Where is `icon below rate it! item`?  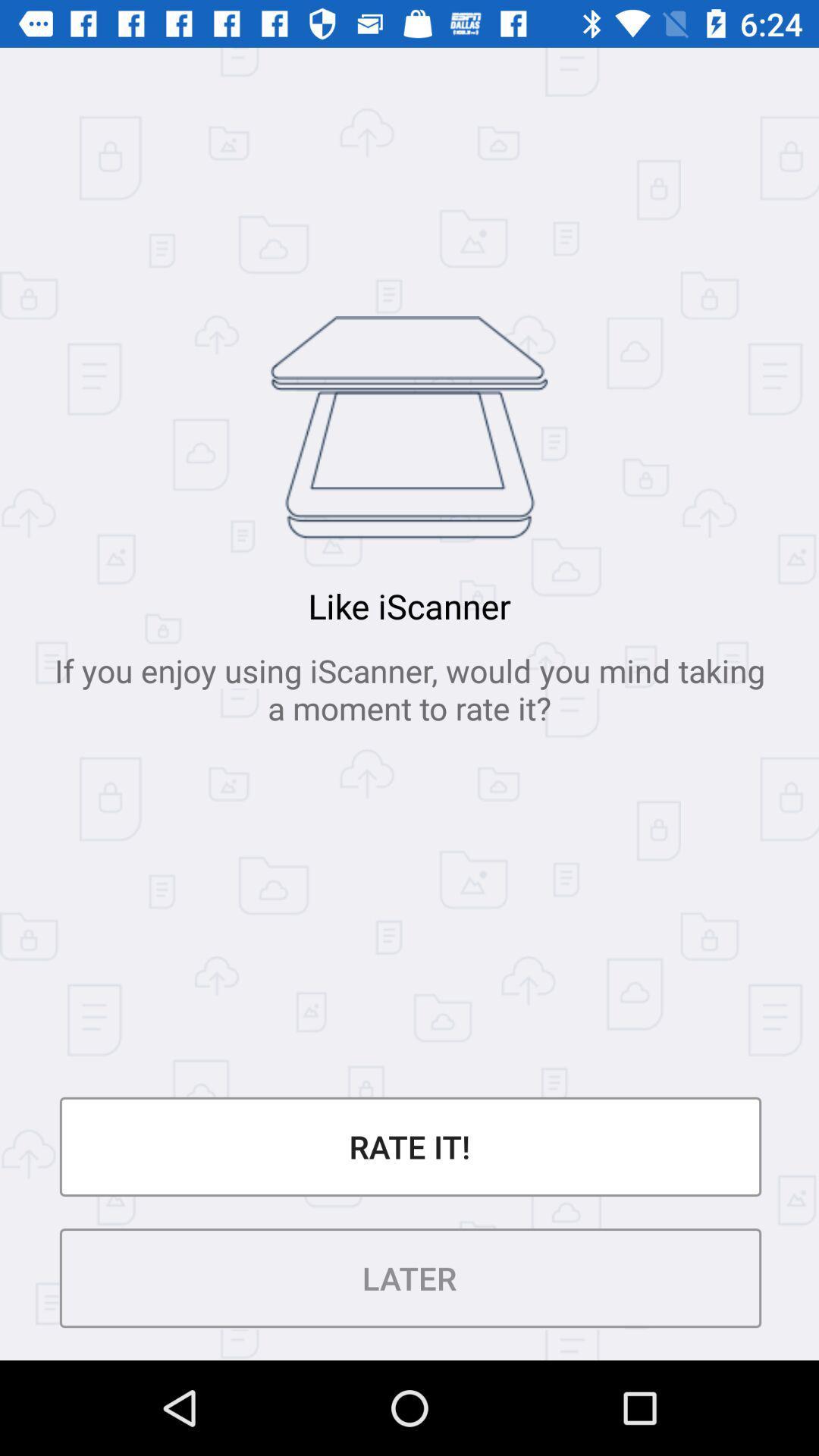 icon below rate it! item is located at coordinates (409, 1277).